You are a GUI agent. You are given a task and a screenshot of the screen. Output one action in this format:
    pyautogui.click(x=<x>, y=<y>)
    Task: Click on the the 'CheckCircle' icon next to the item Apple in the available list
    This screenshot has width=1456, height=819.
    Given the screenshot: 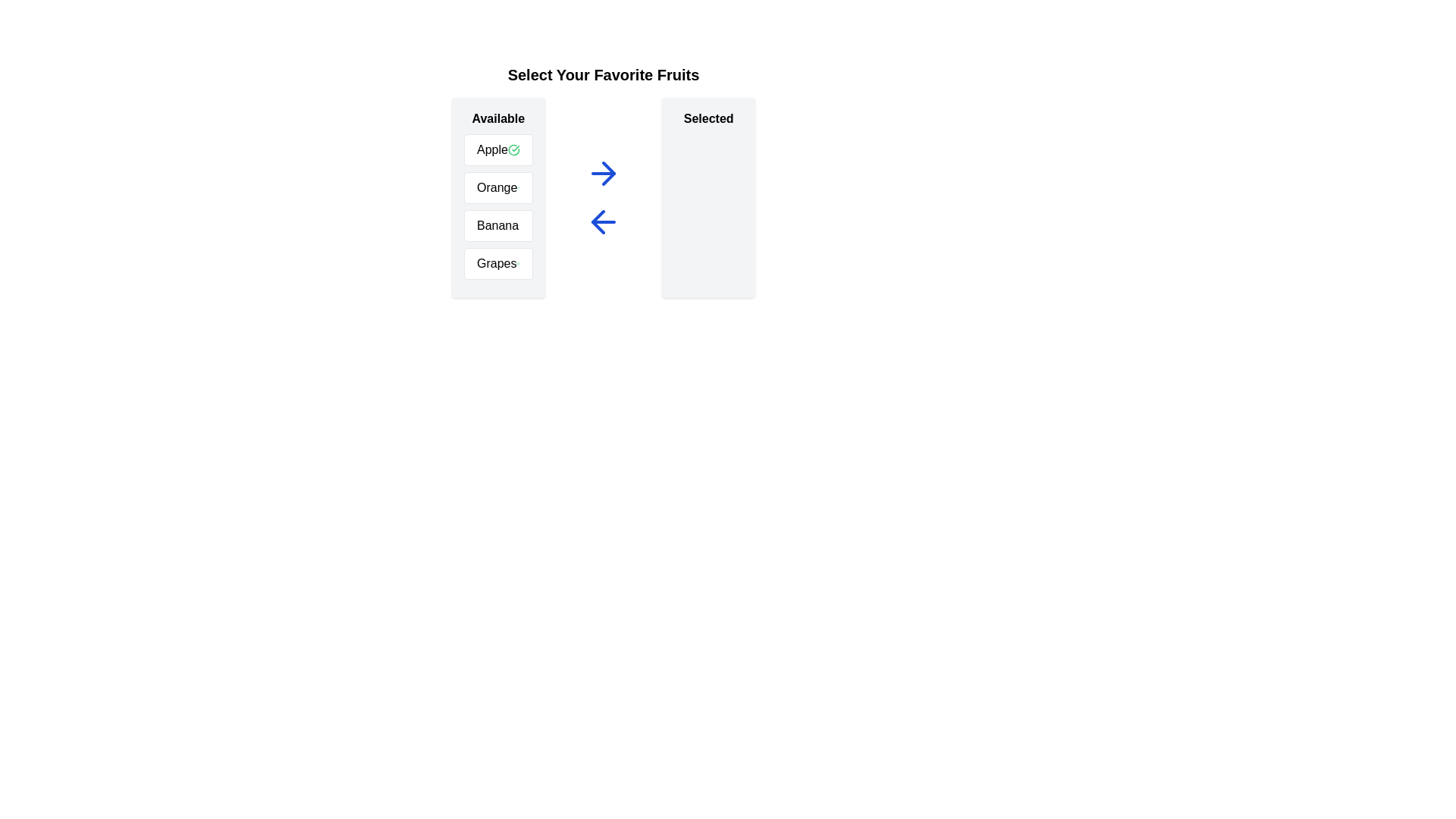 What is the action you would take?
    pyautogui.click(x=513, y=149)
    